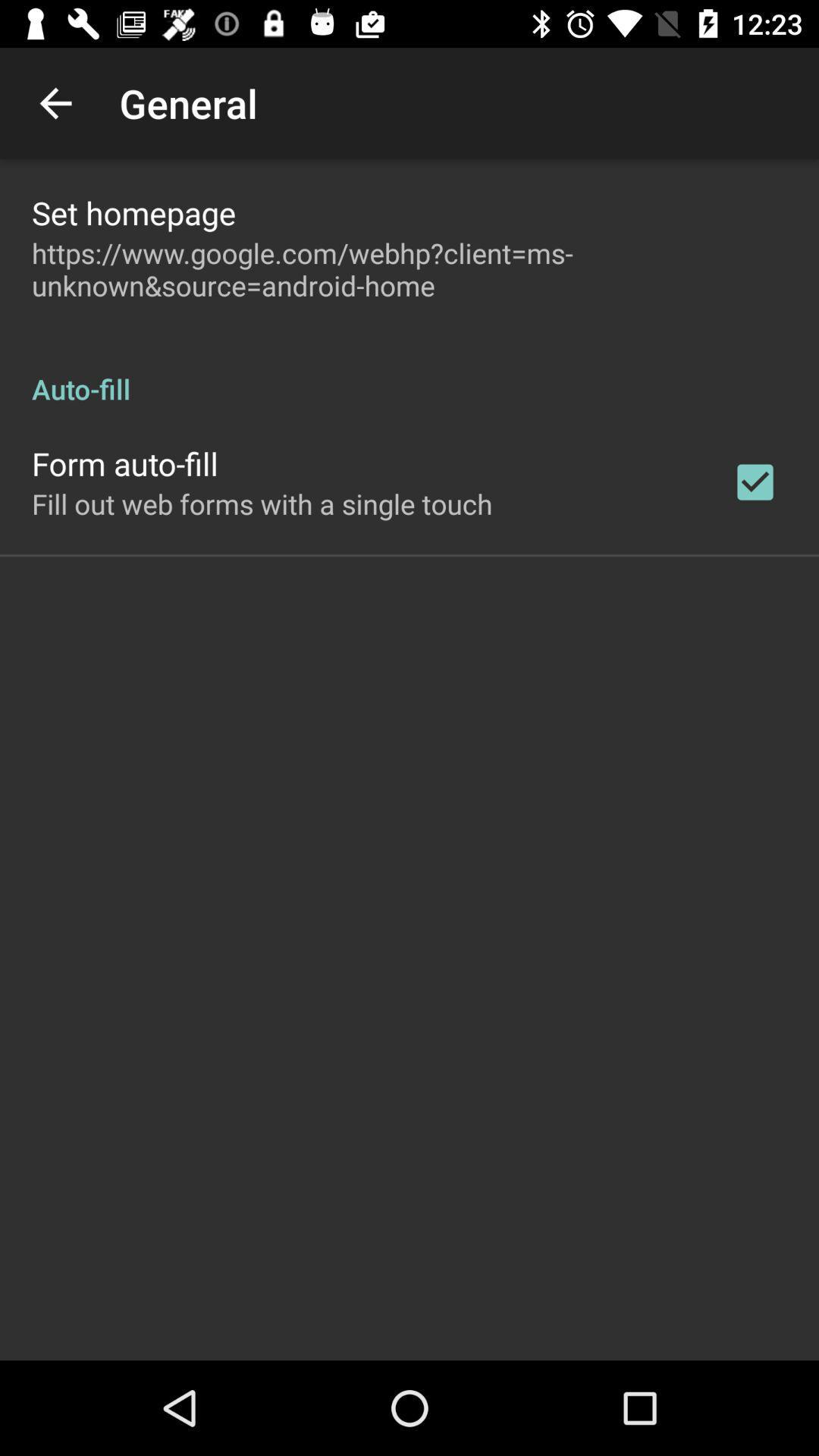 Image resolution: width=819 pixels, height=1456 pixels. Describe the element at coordinates (409, 269) in the screenshot. I see `https www google item` at that location.